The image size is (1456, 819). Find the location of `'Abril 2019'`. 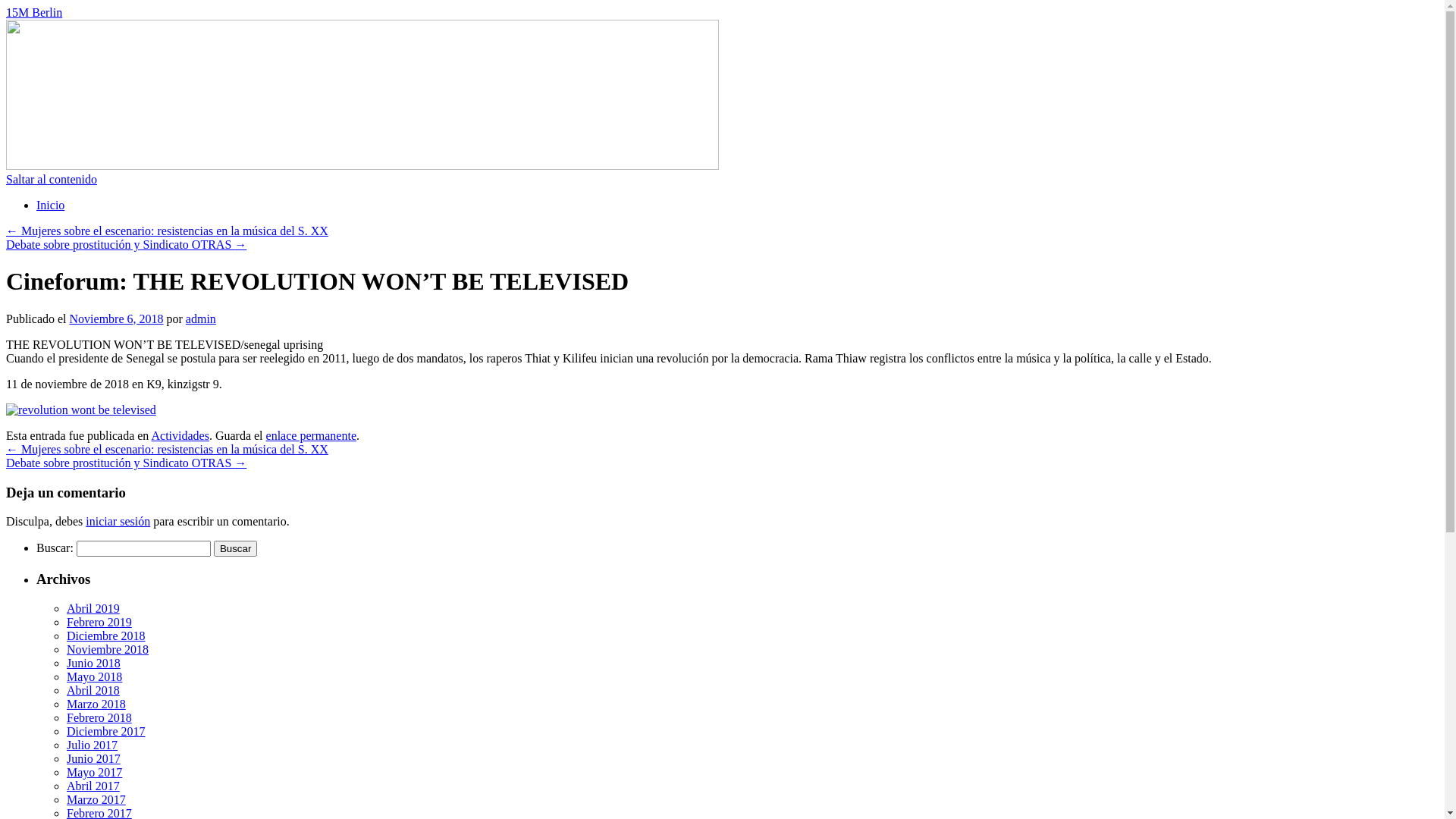

'Abril 2019' is located at coordinates (93, 607).